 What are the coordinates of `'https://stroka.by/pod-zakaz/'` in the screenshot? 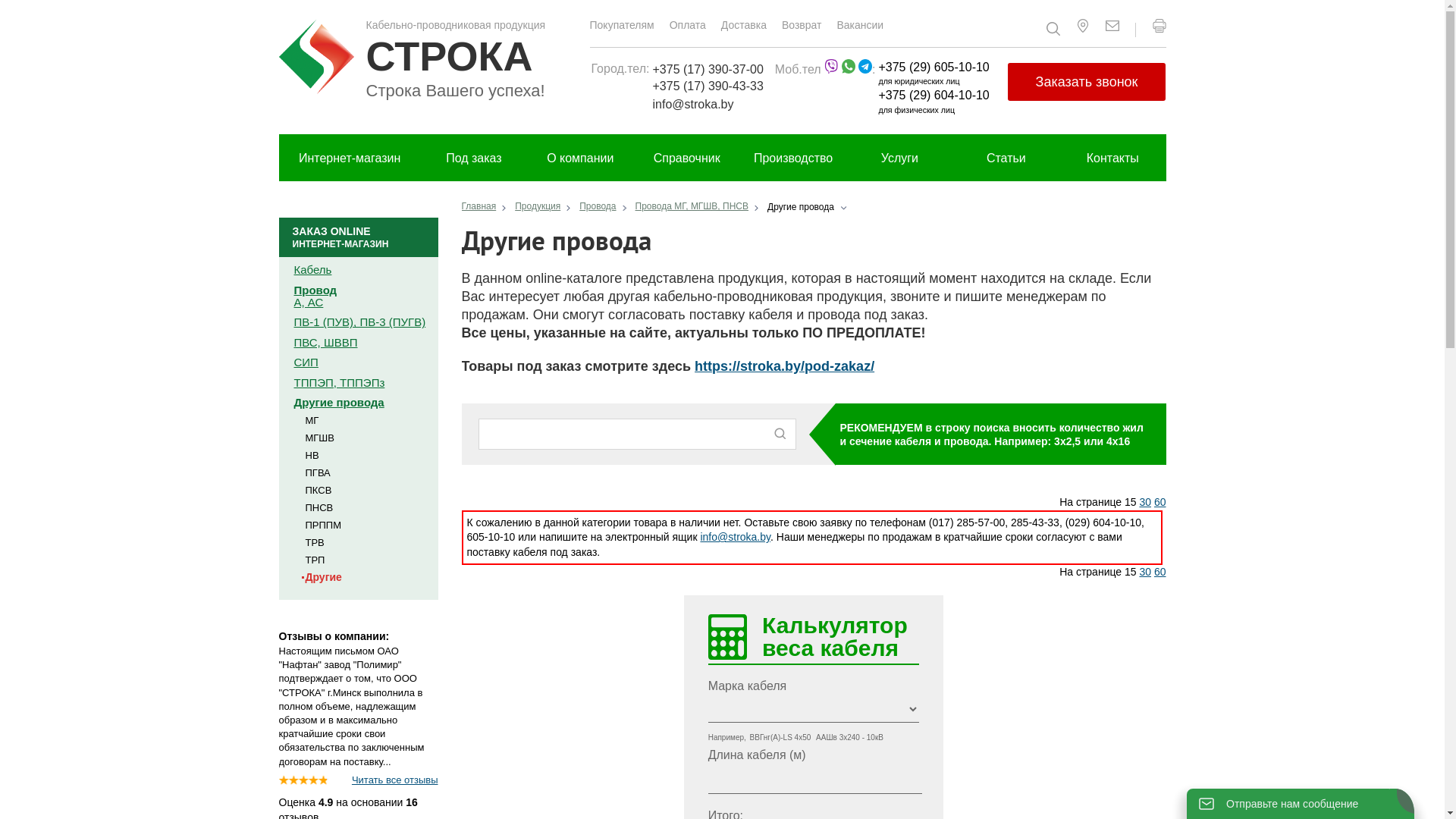 It's located at (784, 366).